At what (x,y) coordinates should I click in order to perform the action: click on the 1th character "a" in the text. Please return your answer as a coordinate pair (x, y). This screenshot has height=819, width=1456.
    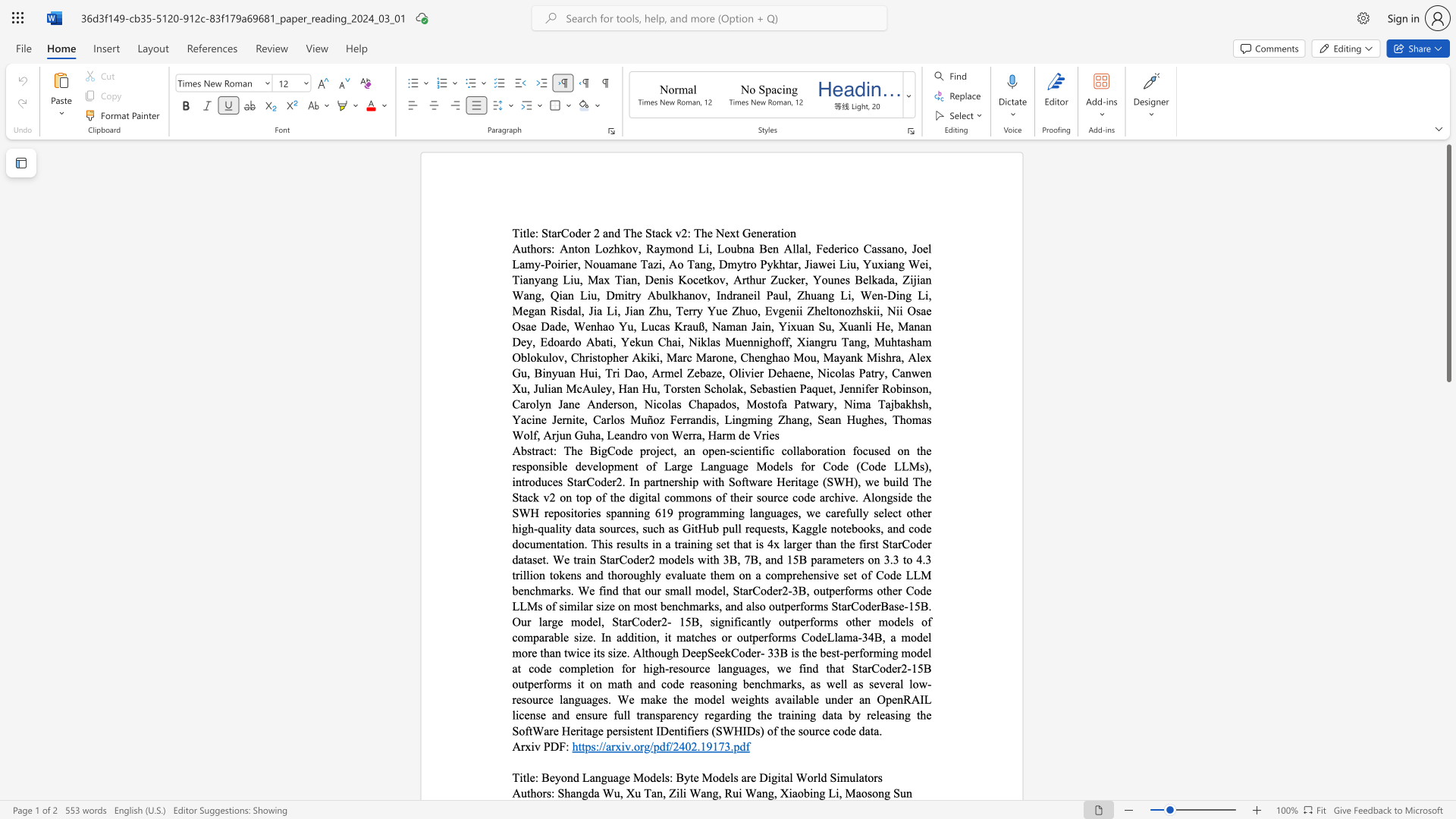
    Looking at the image, I should click on (794, 792).